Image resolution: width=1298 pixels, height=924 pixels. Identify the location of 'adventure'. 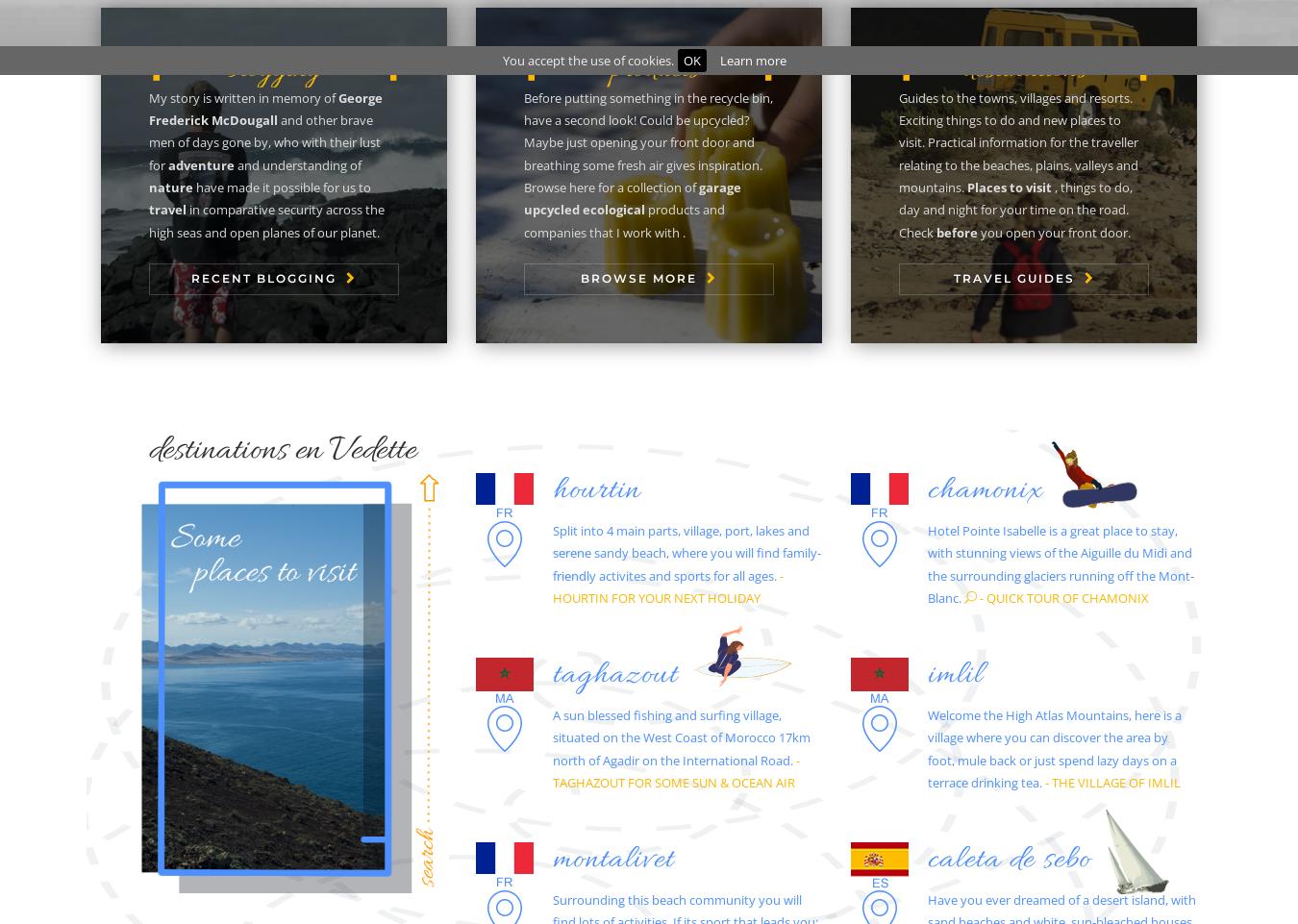
(167, 163).